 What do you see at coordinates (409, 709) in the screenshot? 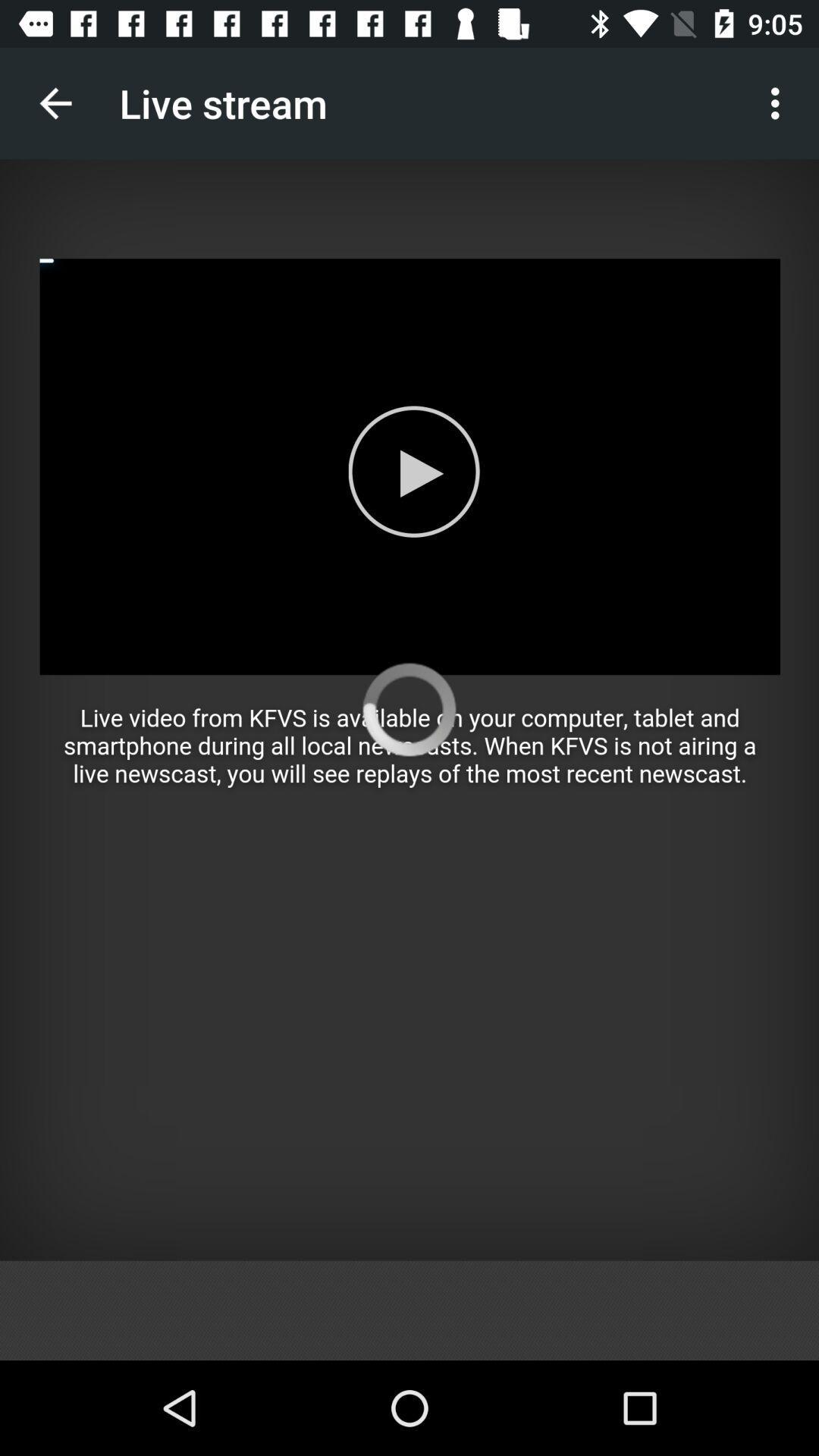
I see `field` at bounding box center [409, 709].